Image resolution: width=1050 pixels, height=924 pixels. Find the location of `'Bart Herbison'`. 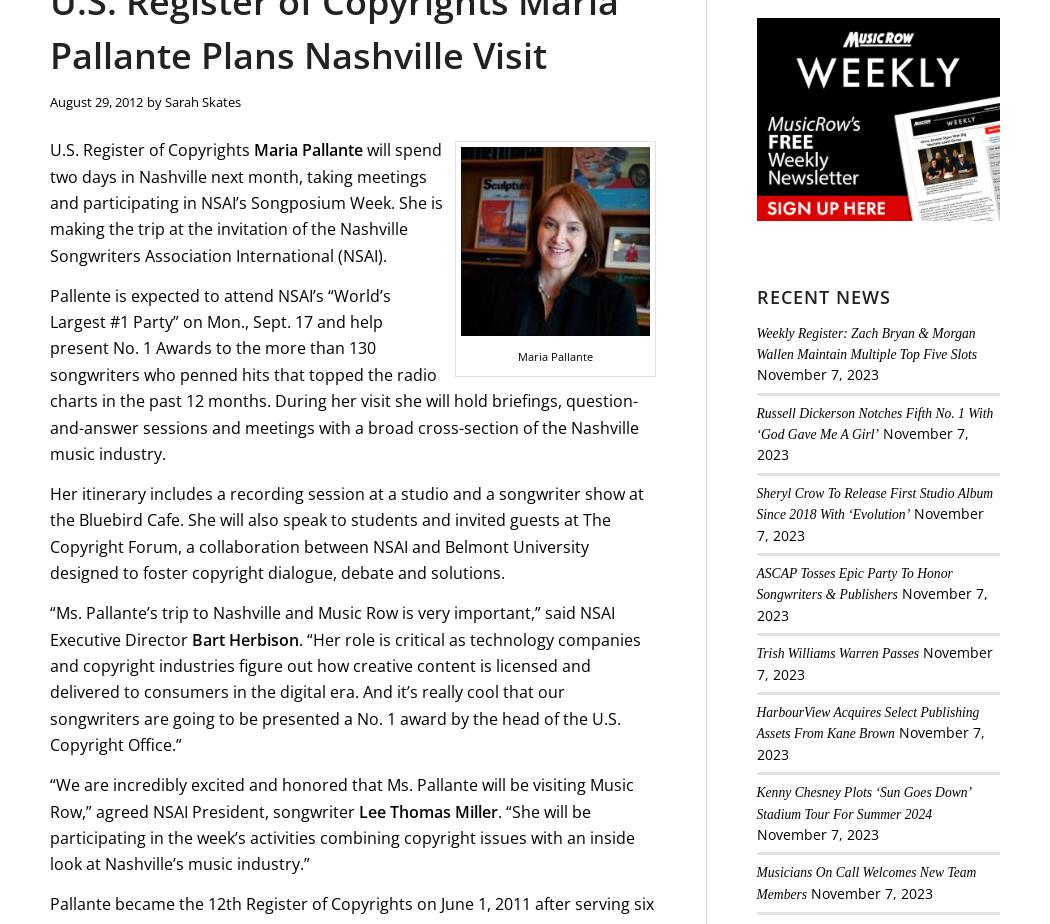

'Bart Herbison' is located at coordinates (245, 639).